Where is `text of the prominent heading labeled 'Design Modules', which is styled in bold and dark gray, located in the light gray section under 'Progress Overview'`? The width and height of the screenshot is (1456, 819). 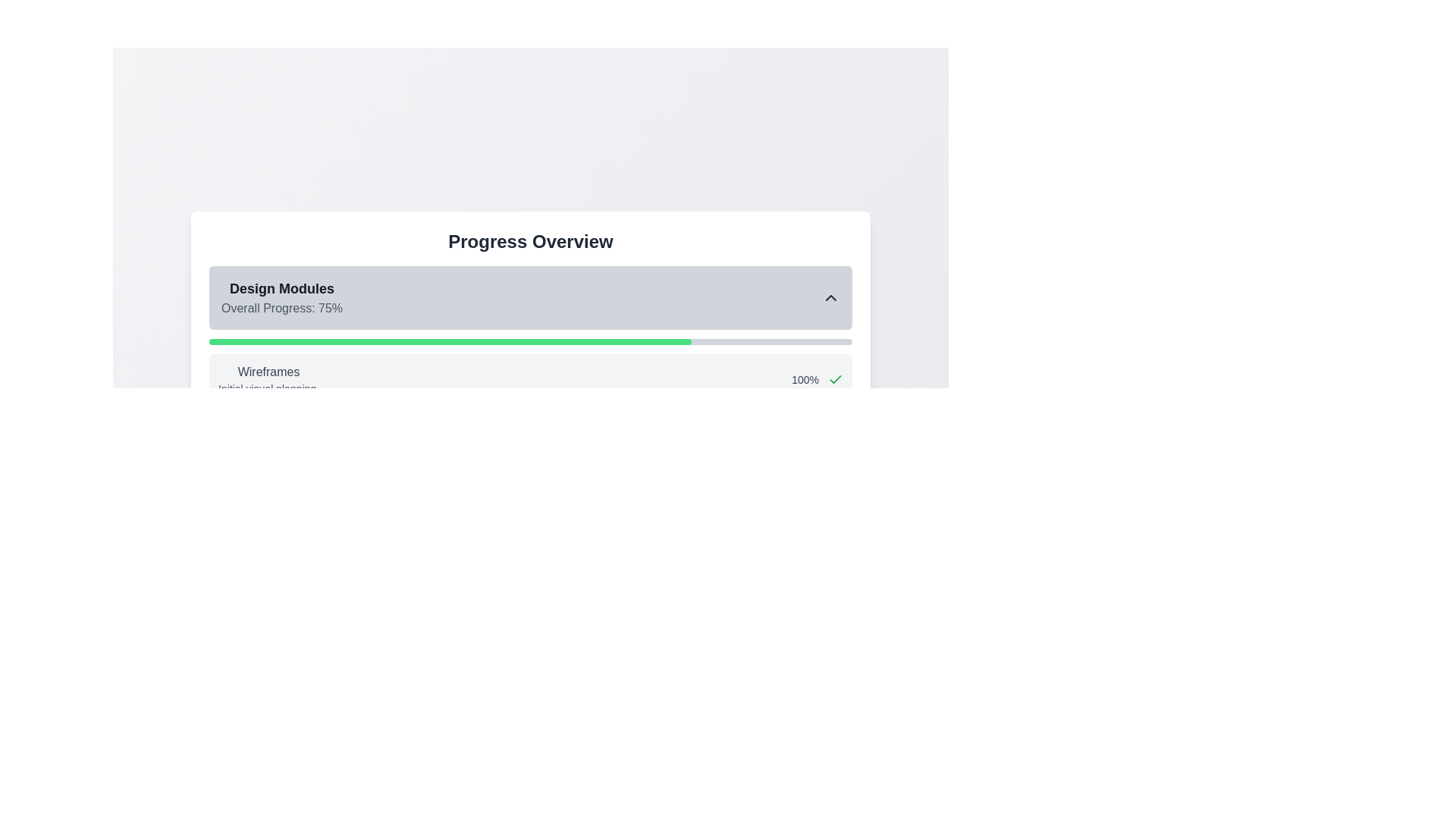
text of the prominent heading labeled 'Design Modules', which is styled in bold and dark gray, located in the light gray section under 'Progress Overview' is located at coordinates (282, 289).